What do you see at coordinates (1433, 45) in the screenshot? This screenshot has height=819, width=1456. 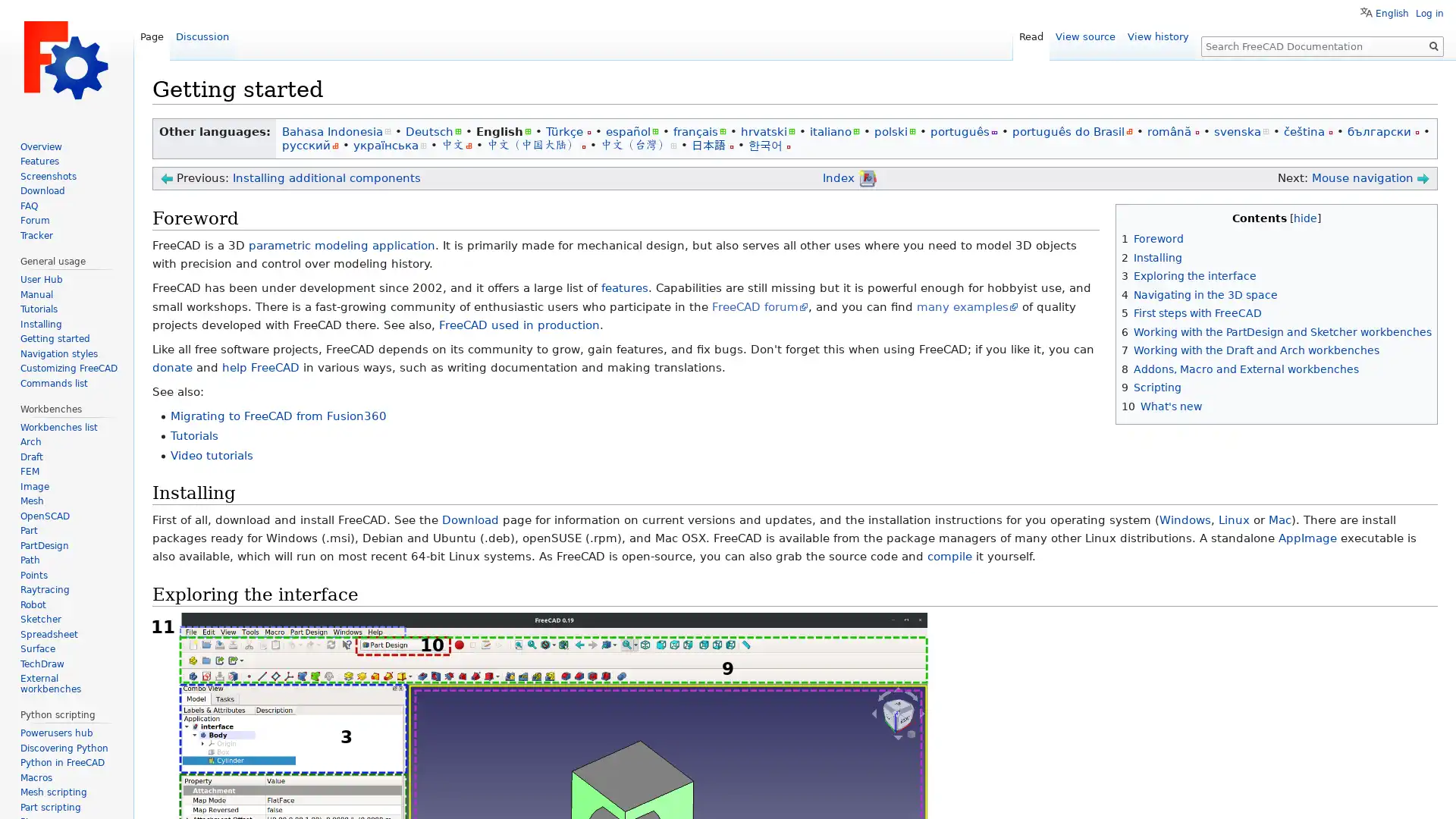 I see `Search` at bounding box center [1433, 45].